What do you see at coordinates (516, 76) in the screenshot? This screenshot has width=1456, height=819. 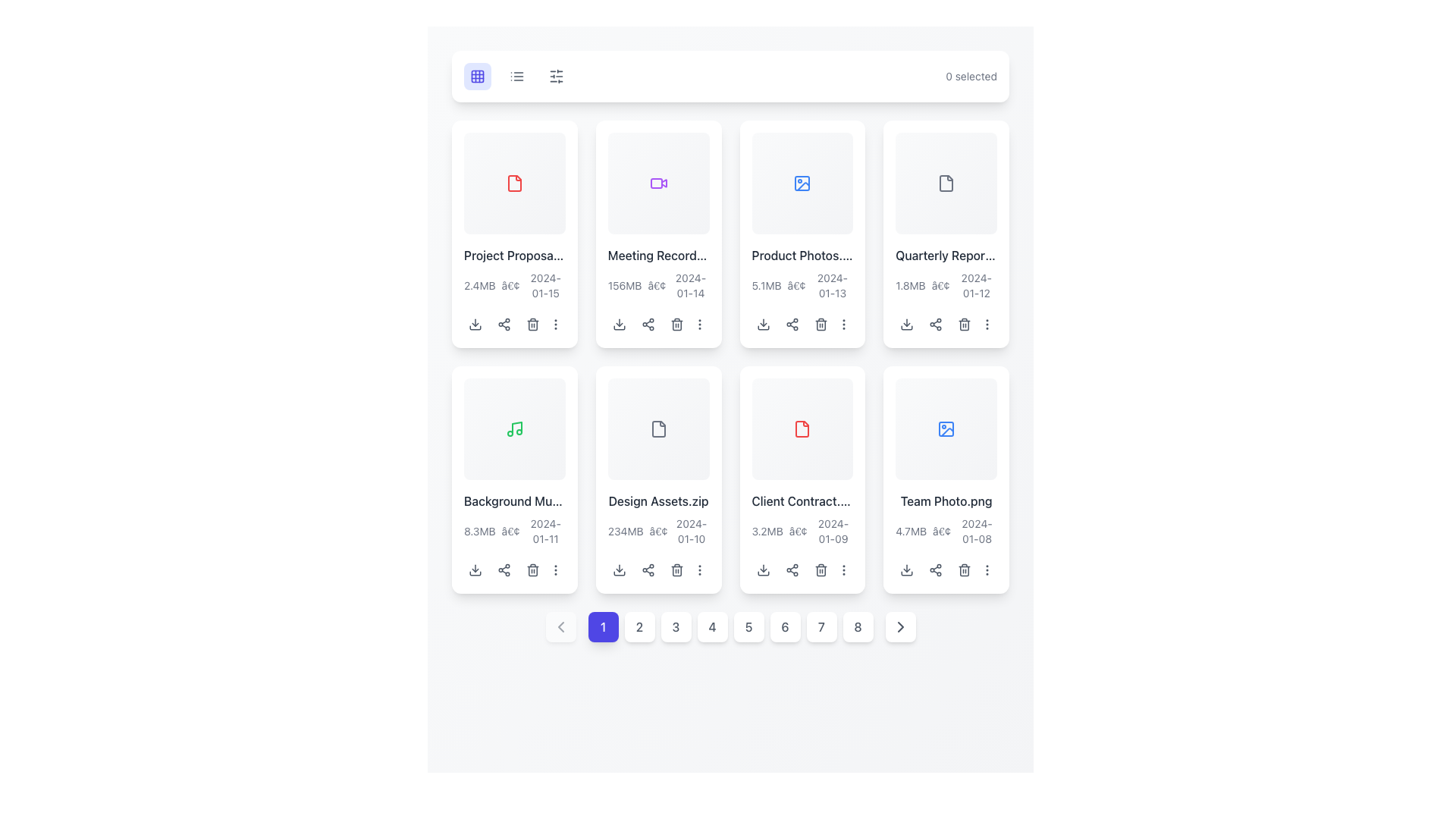 I see `the button with a list layout icon, styled in gray, located in the top-right section above the file grid view` at bounding box center [516, 76].